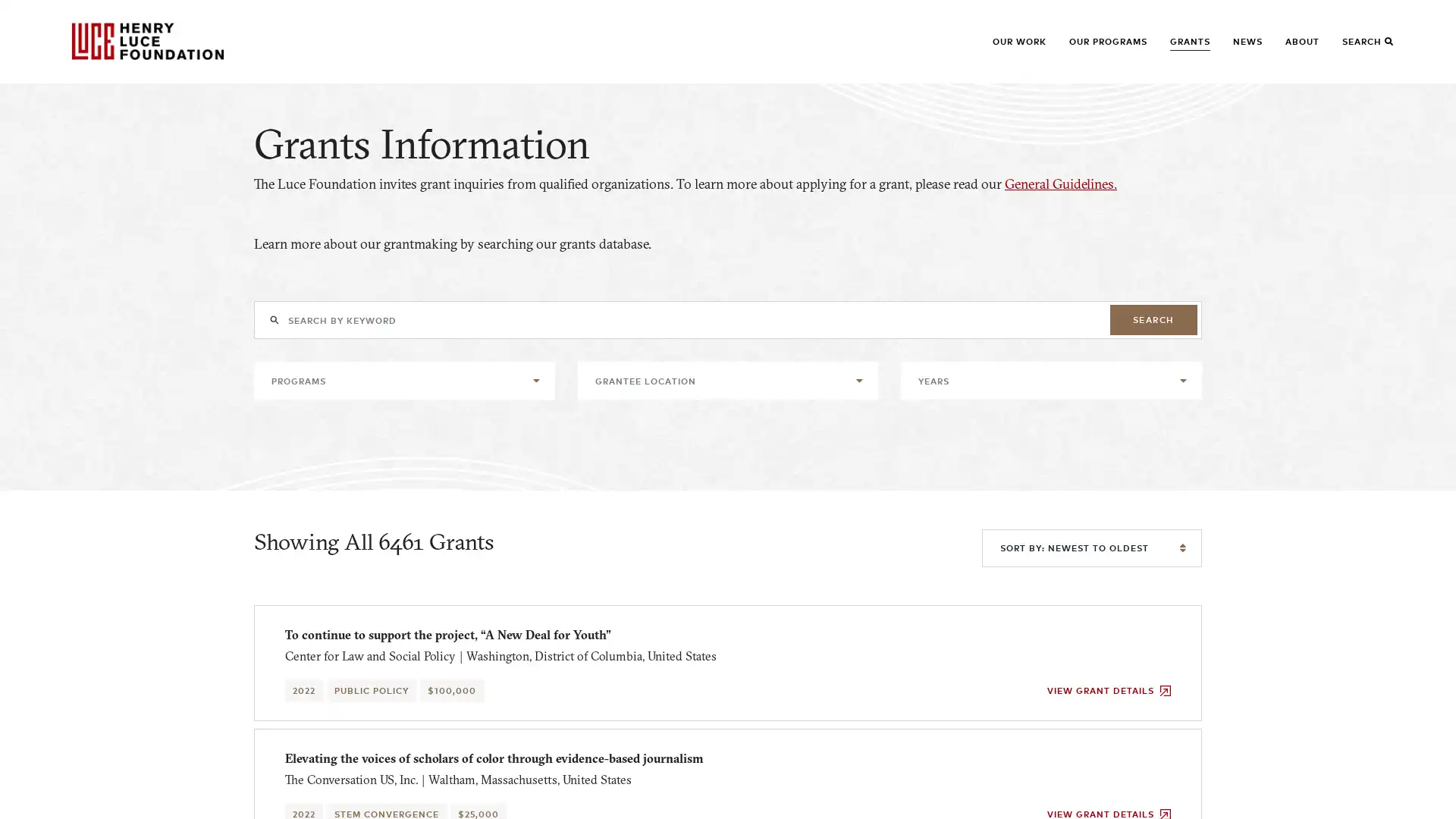 Image resolution: width=1456 pixels, height=819 pixels. I want to click on SHOW SUBMENU FOR OUR PROGRAMS, so click(1093, 48).